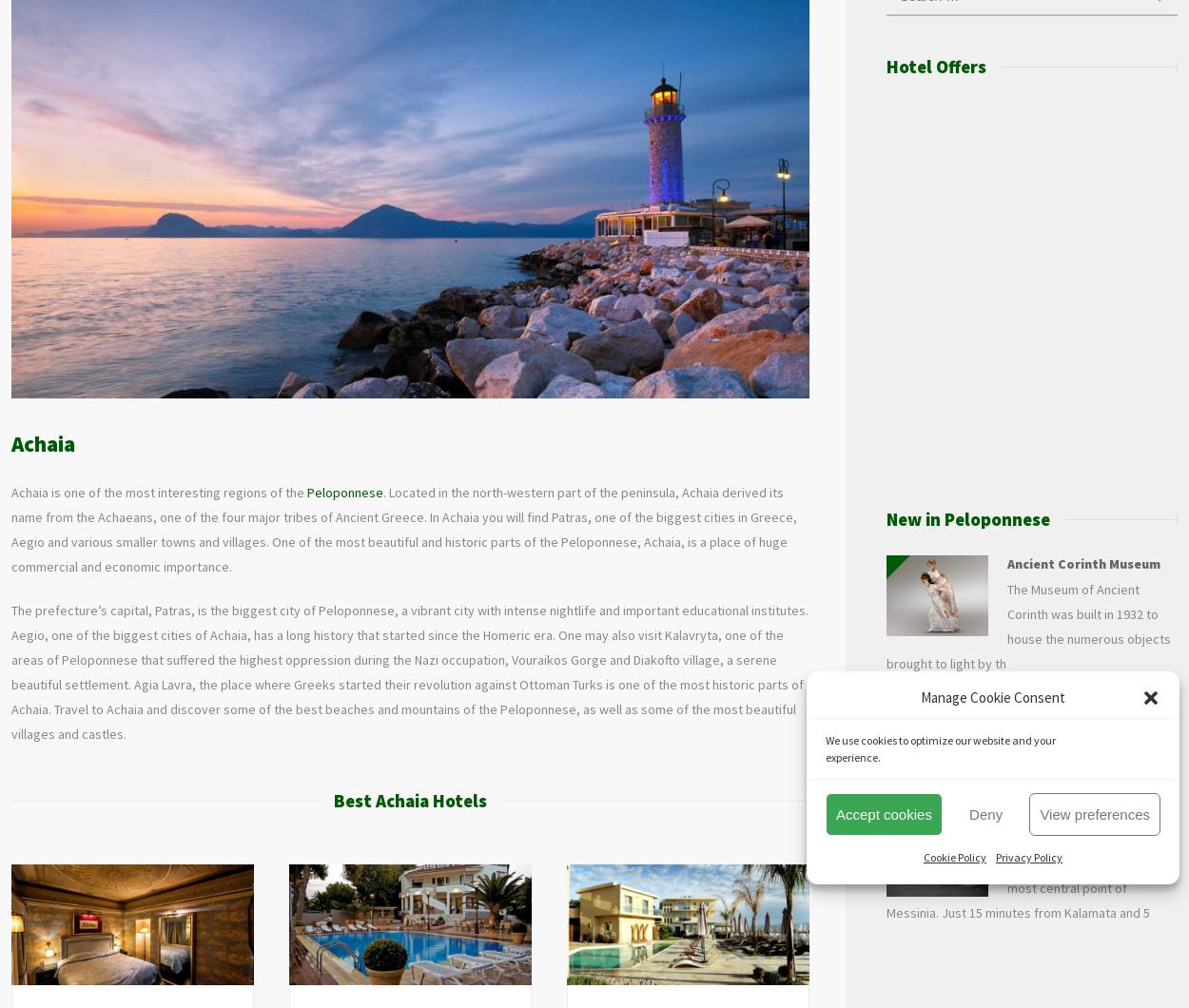 This screenshot has width=1189, height=1008. I want to click on 'Kleopatra Inn is located in the most central point of Messinia. Just 15 minutes from Kalamata and 5', so click(1029, 886).